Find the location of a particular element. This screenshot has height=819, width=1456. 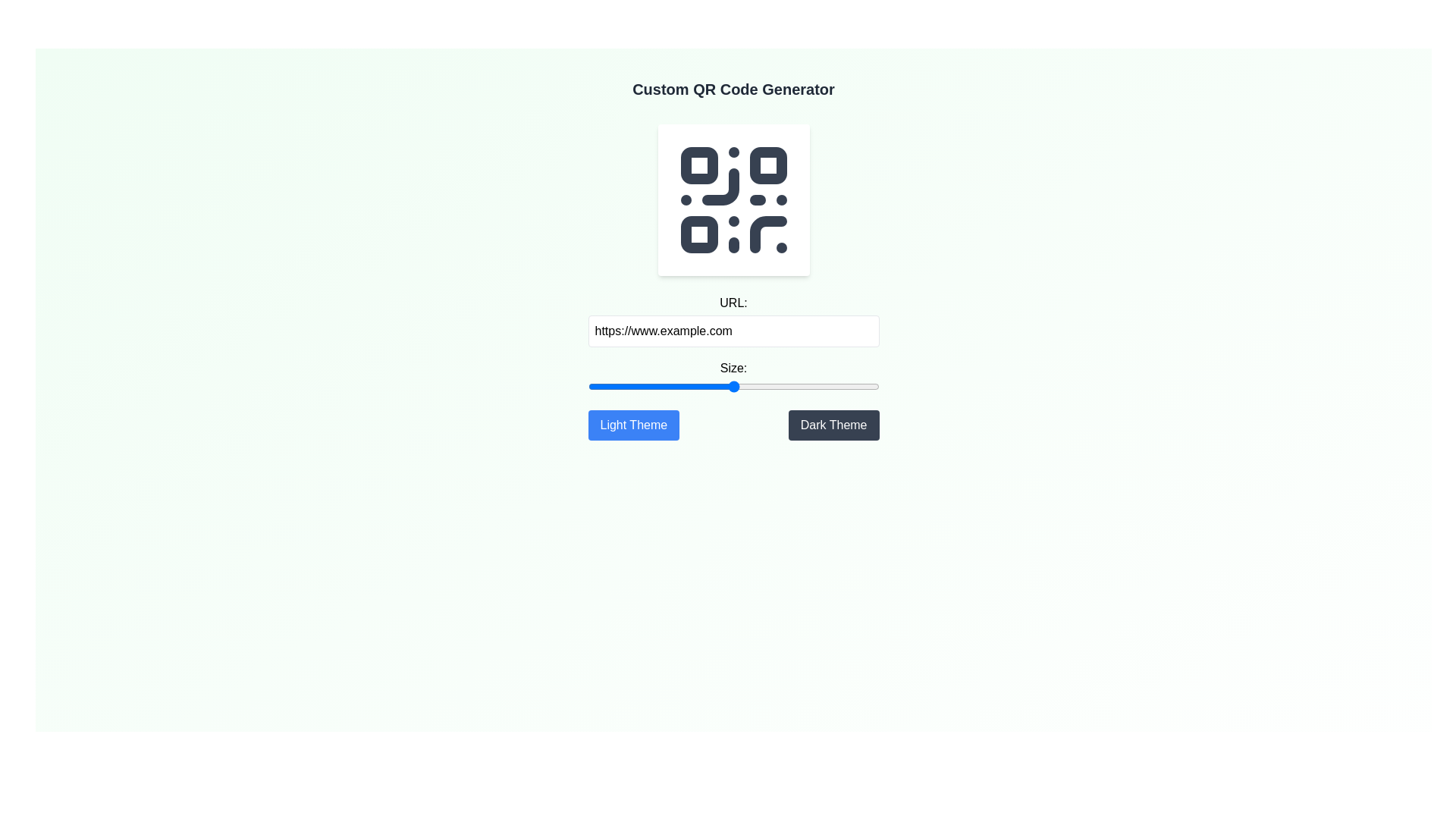

the slider value is located at coordinates (749, 385).